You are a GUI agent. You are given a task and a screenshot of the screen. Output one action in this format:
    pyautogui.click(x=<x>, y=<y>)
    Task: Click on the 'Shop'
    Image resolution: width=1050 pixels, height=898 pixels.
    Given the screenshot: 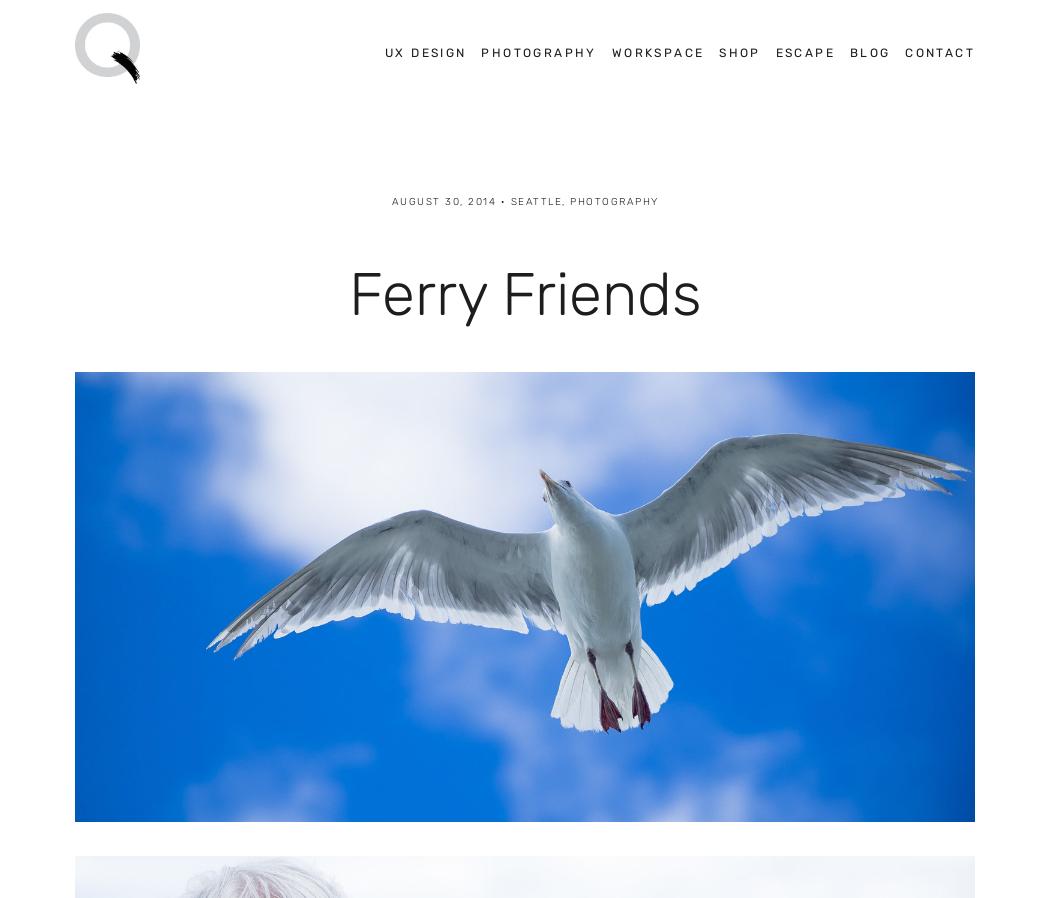 What is the action you would take?
    pyautogui.click(x=738, y=50)
    